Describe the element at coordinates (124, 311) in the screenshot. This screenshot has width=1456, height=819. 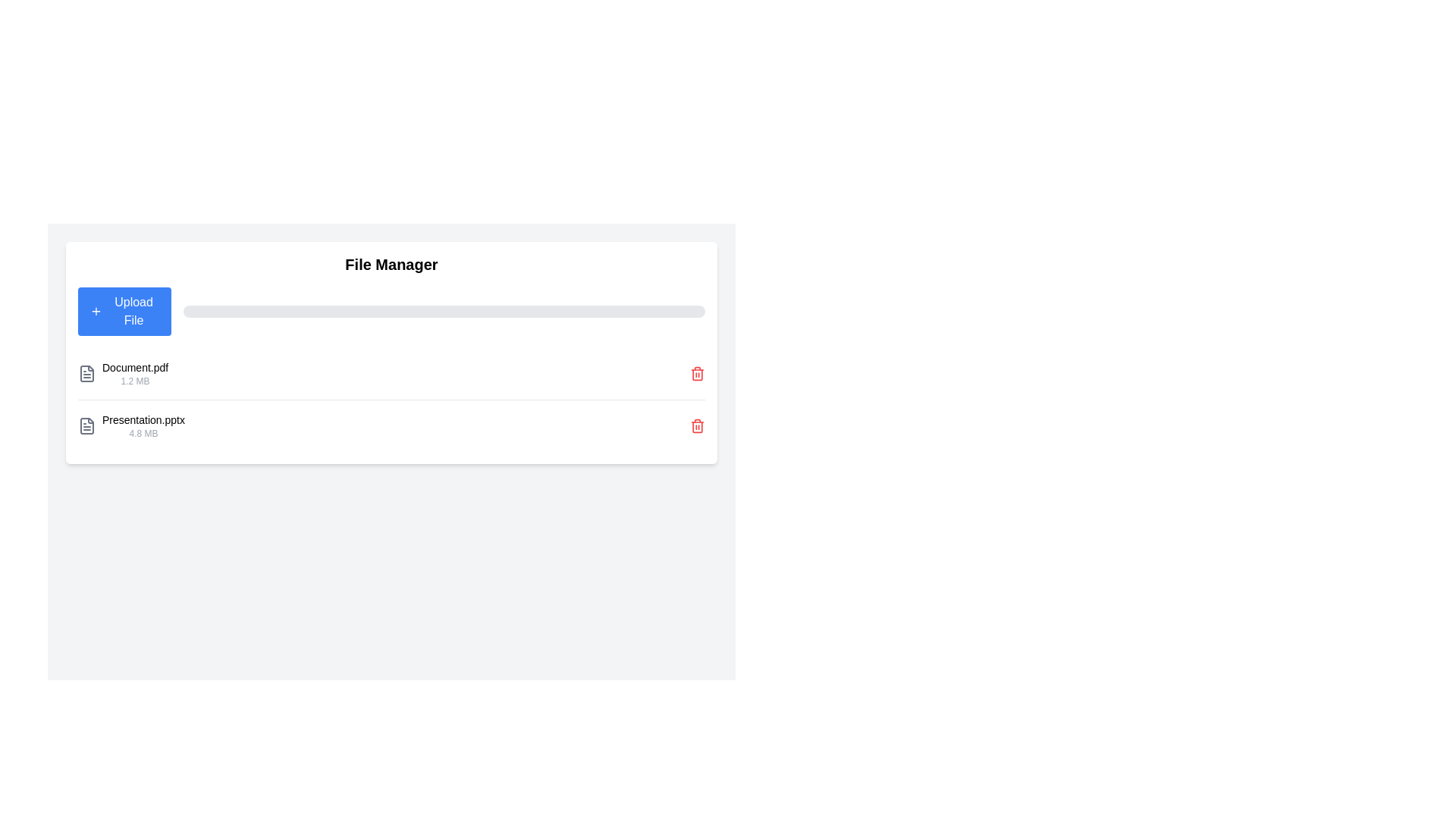
I see `the button with a blue background and white text that reads 'Upload File', which has rounded corners and a plus icon` at that location.